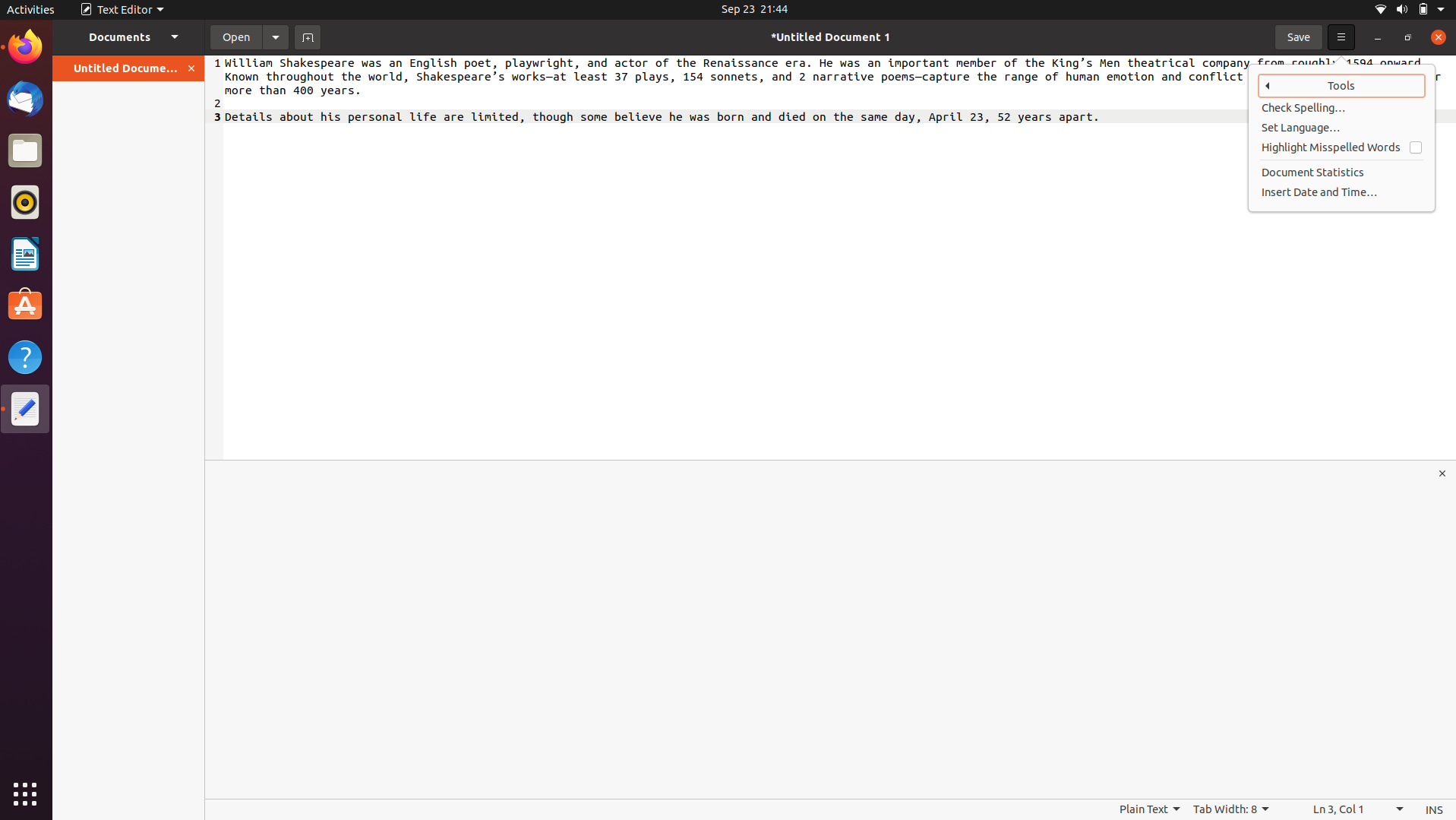 This screenshot has height=820, width=1456. Describe the element at coordinates (1341, 170) in the screenshot. I see `document"s statistics` at that location.